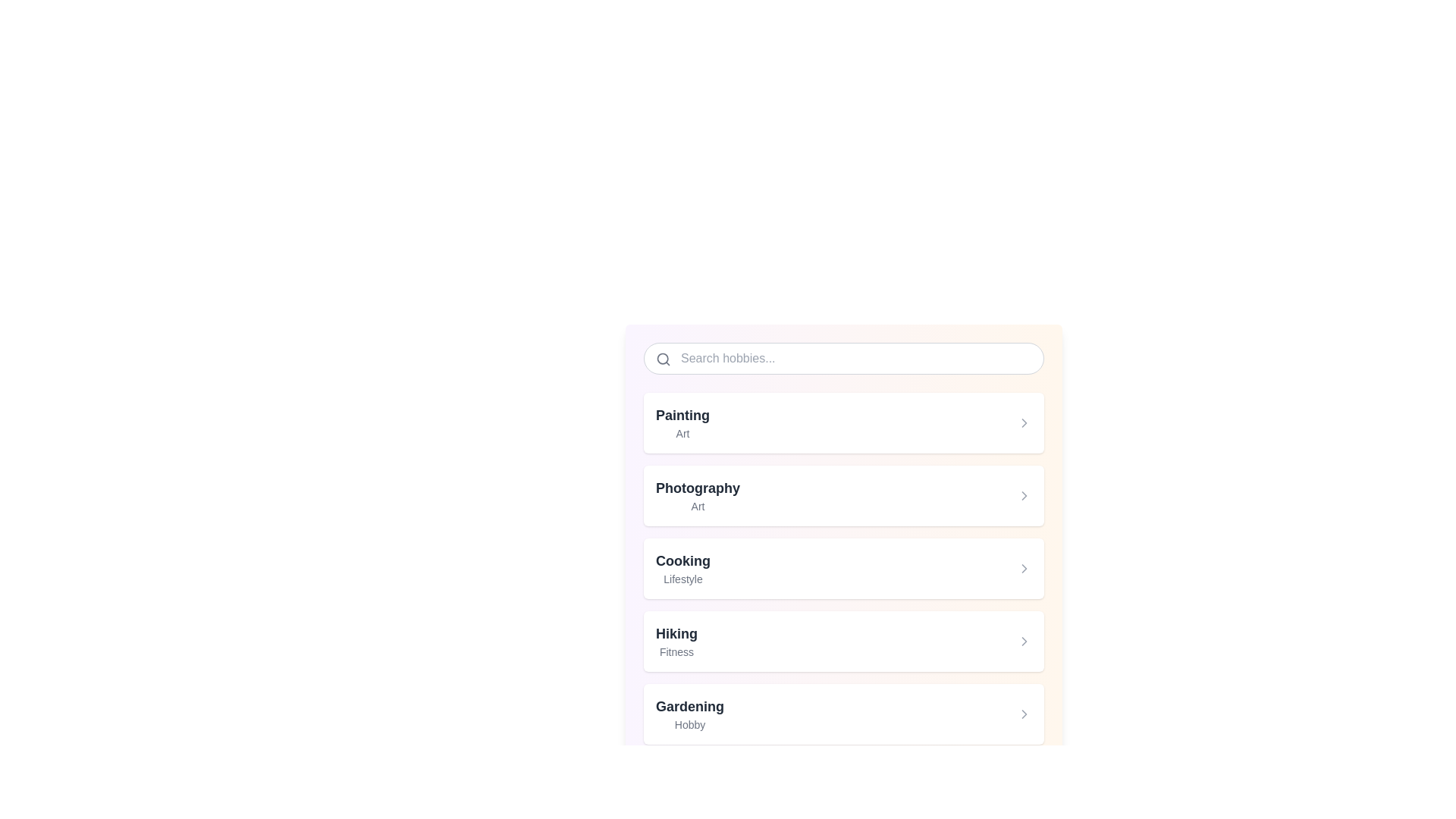  What do you see at coordinates (682, 561) in the screenshot?
I see `the 'Cooking' text label, which serves as the title for the cooking category, located in the third card of a vertically stacked list` at bounding box center [682, 561].